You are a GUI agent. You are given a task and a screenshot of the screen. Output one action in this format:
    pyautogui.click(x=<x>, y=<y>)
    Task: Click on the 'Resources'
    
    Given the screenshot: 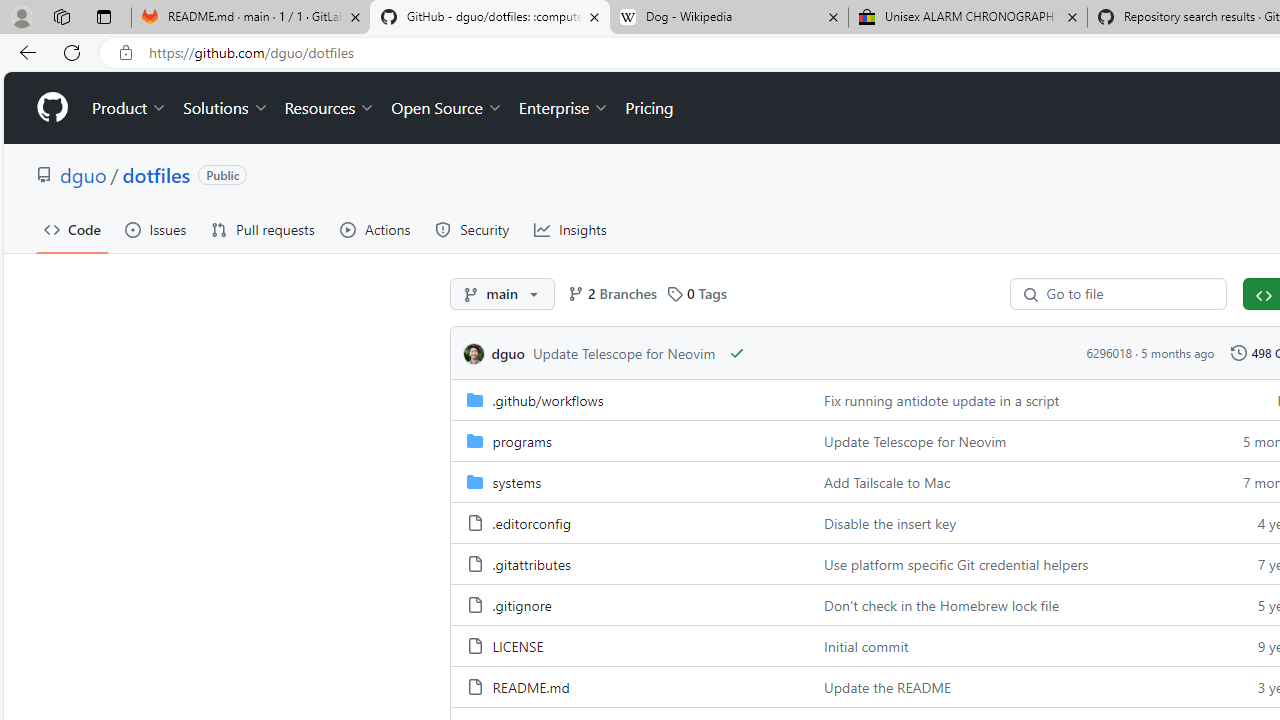 What is the action you would take?
    pyautogui.click(x=330, y=108)
    